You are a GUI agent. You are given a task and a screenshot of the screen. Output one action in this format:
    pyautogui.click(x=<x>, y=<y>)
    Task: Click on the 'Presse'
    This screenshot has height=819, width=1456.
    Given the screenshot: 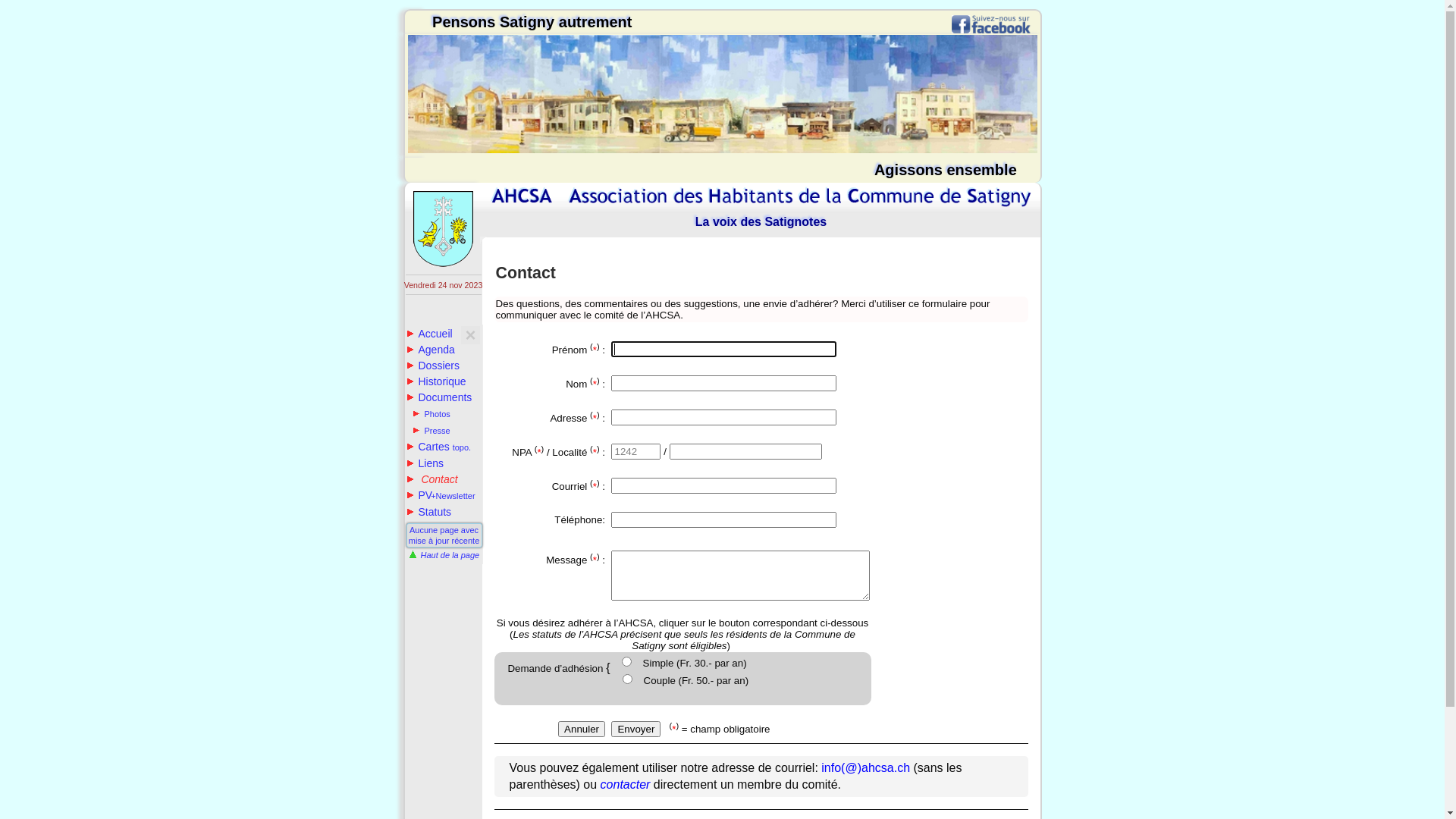 What is the action you would take?
    pyautogui.click(x=431, y=430)
    